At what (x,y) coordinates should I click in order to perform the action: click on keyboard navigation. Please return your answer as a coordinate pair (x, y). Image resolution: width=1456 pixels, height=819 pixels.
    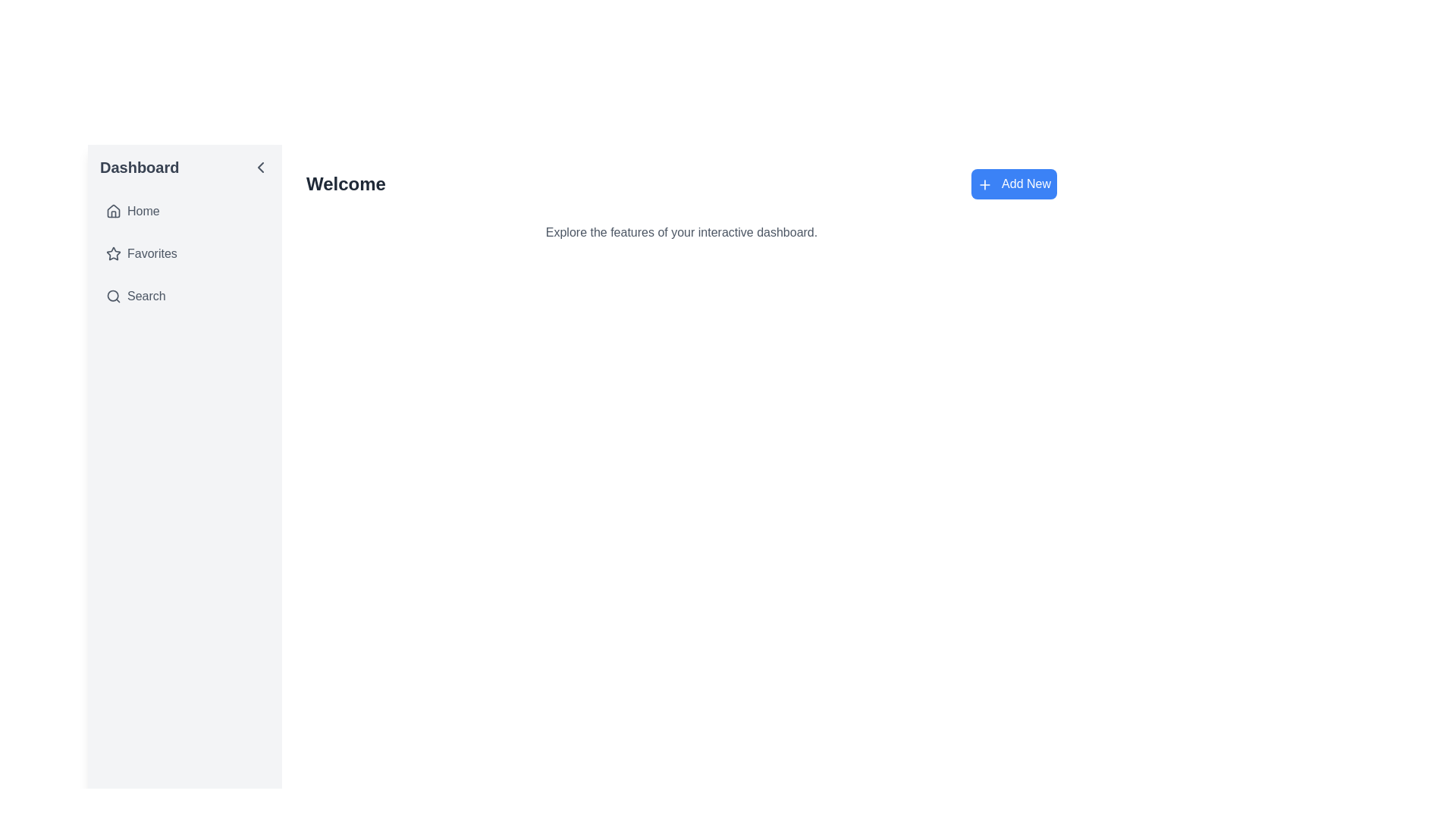
    Looking at the image, I should click on (1014, 184).